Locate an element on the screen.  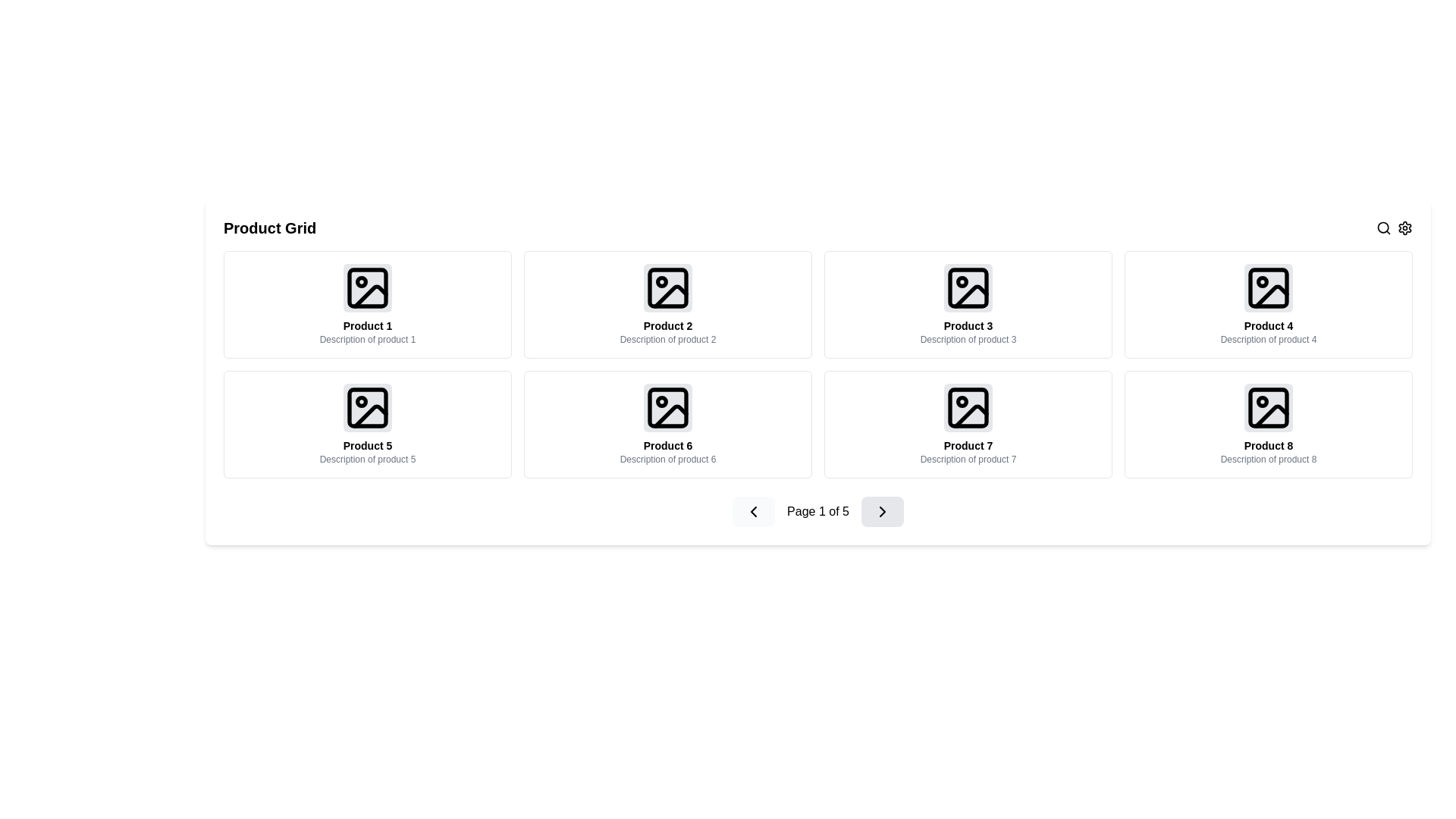
the Text label that displays the current page number and total number of pages, located at the bottom of the 'Product Grid' section, centered between the navigation buttons is located at coordinates (817, 512).